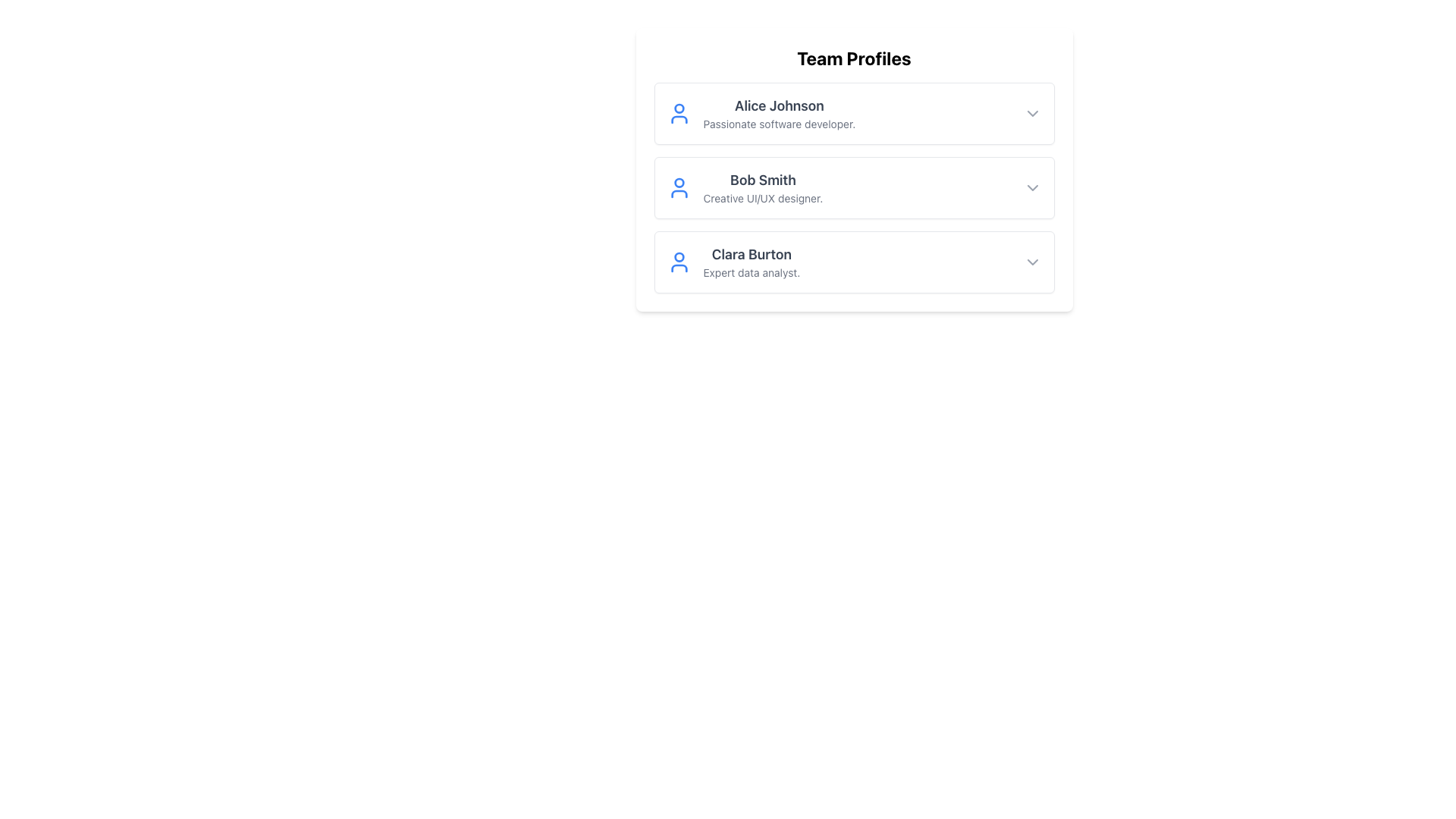 Image resolution: width=1456 pixels, height=819 pixels. I want to click on the toggle button located at the top-right corner of Bob Smith's profile card, so click(1031, 187).